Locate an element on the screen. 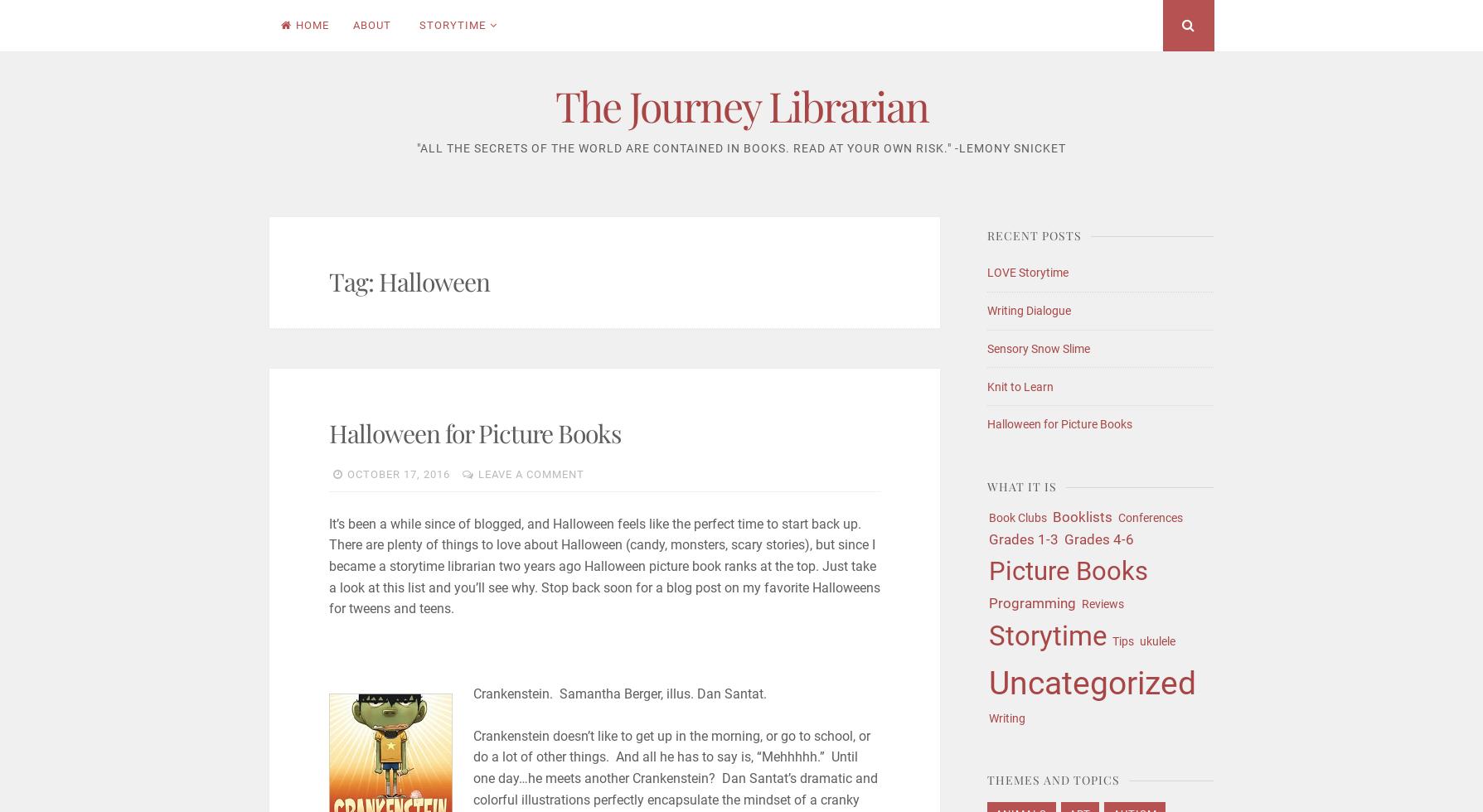 This screenshot has width=1483, height=812. 'Tips' is located at coordinates (1122, 640).